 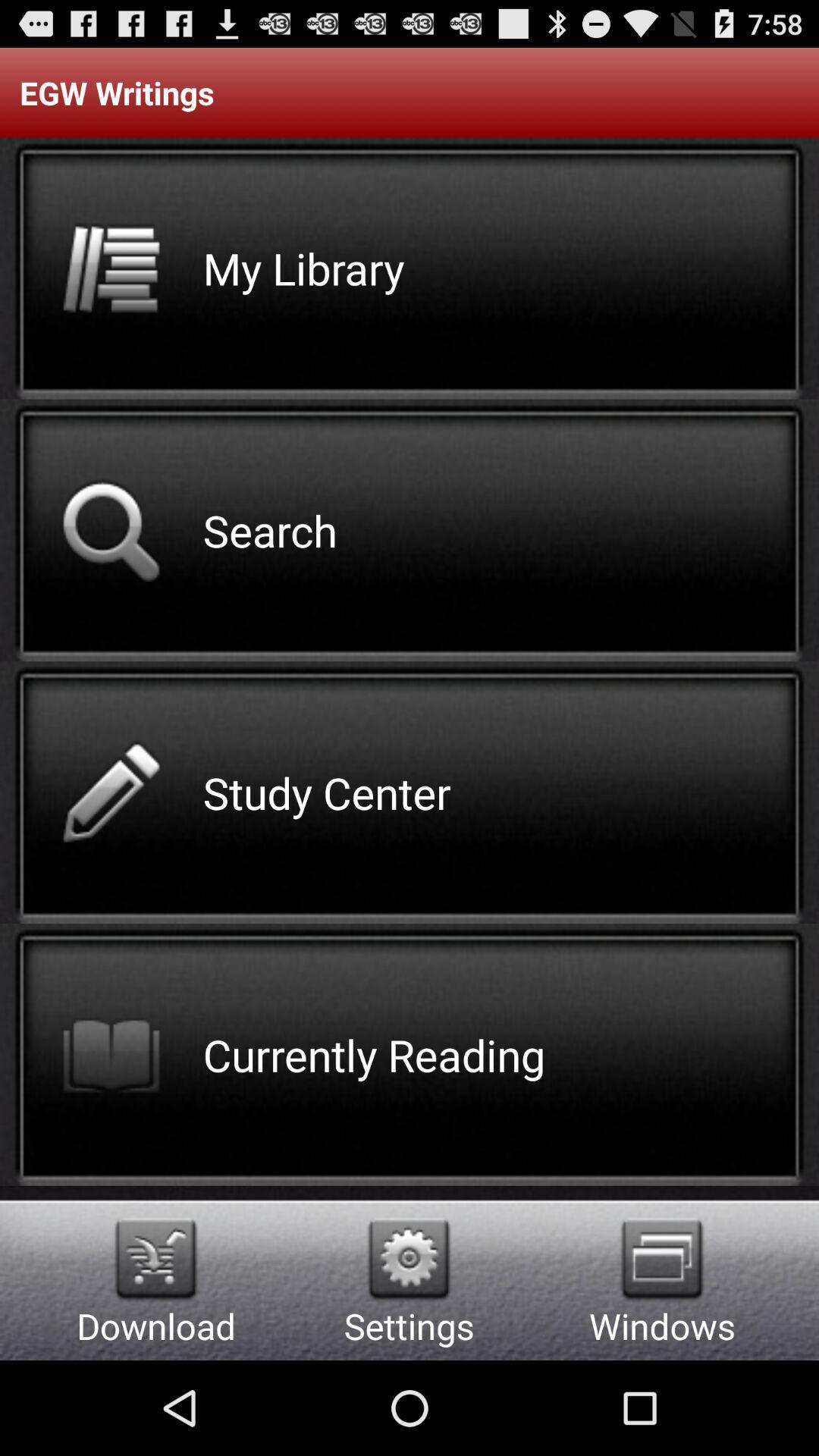 What do you see at coordinates (155, 1259) in the screenshot?
I see `download` at bounding box center [155, 1259].